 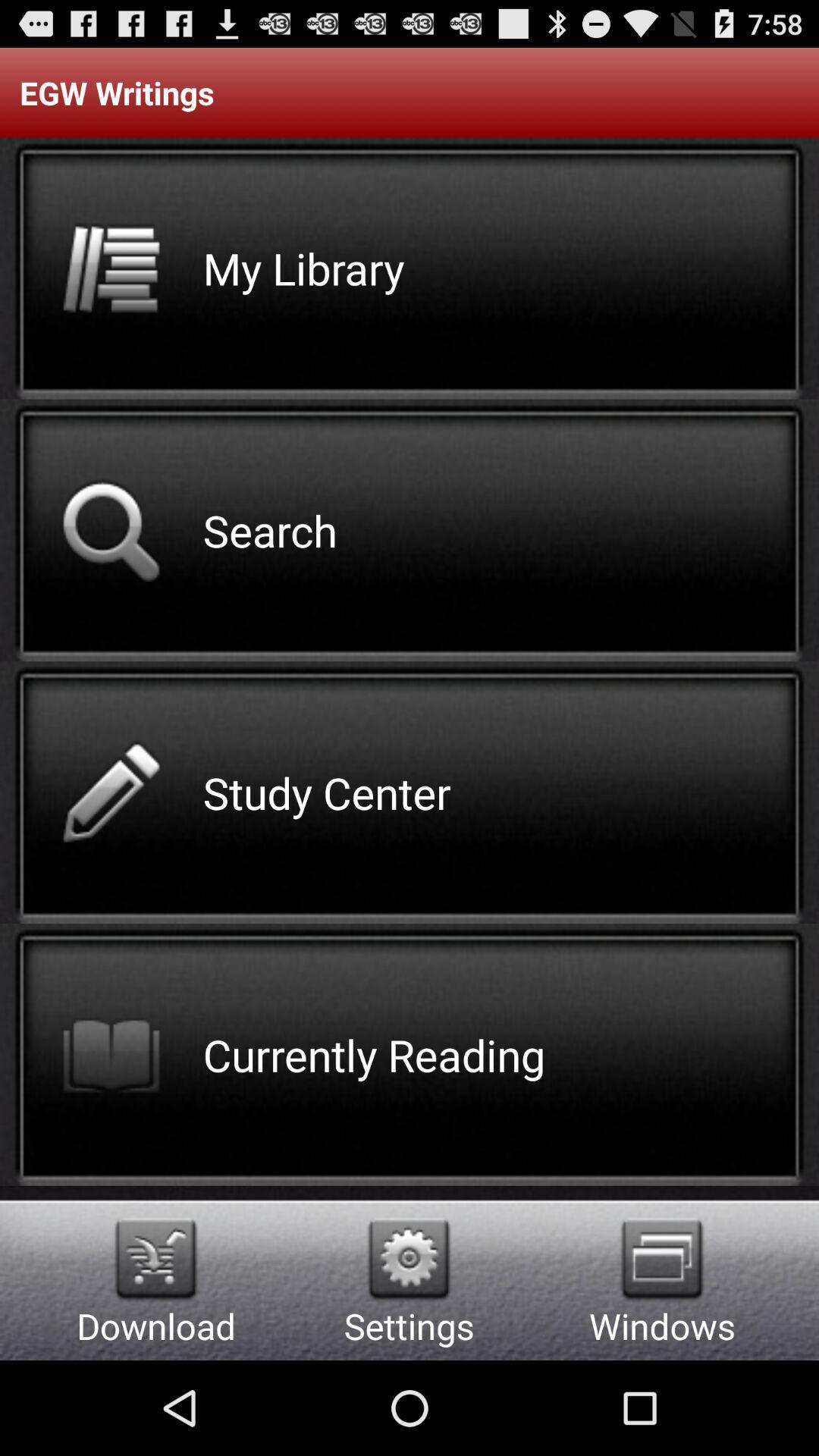 What do you see at coordinates (155, 1259) in the screenshot?
I see `download` at bounding box center [155, 1259].